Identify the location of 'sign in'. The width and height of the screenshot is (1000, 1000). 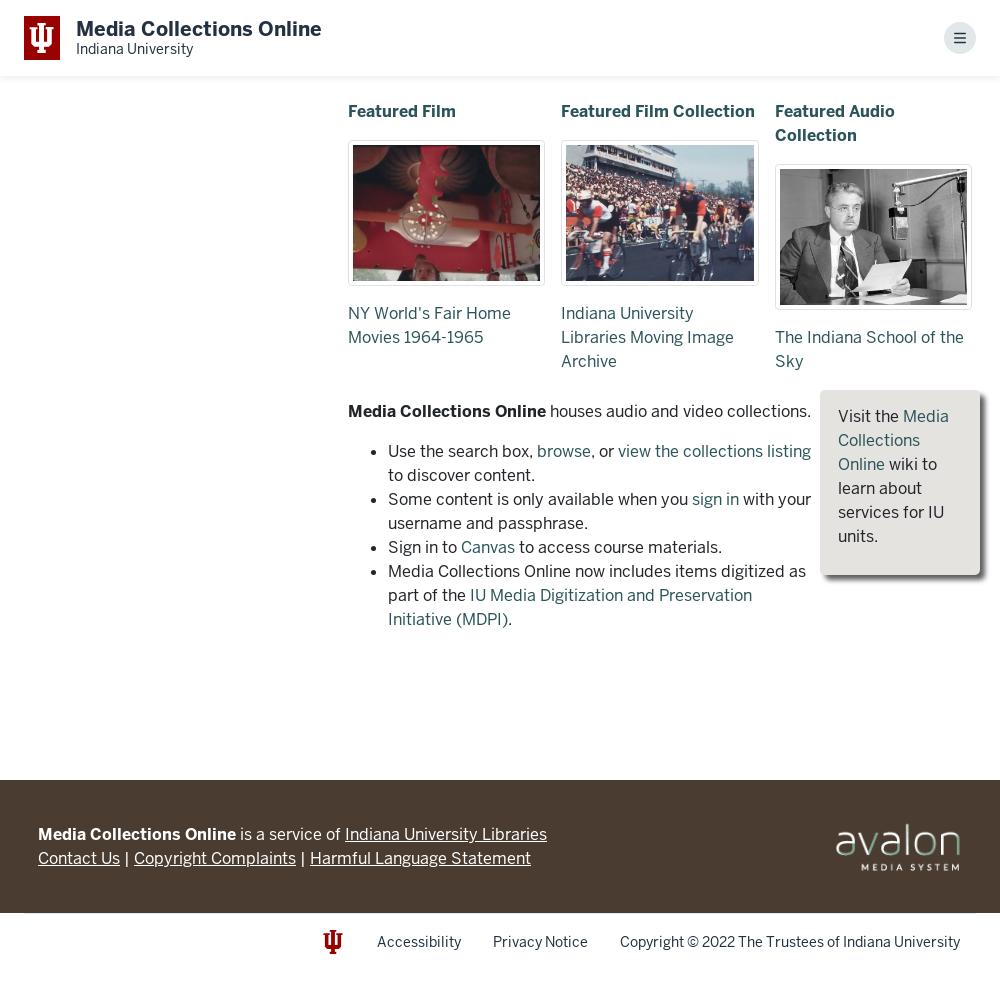
(713, 498).